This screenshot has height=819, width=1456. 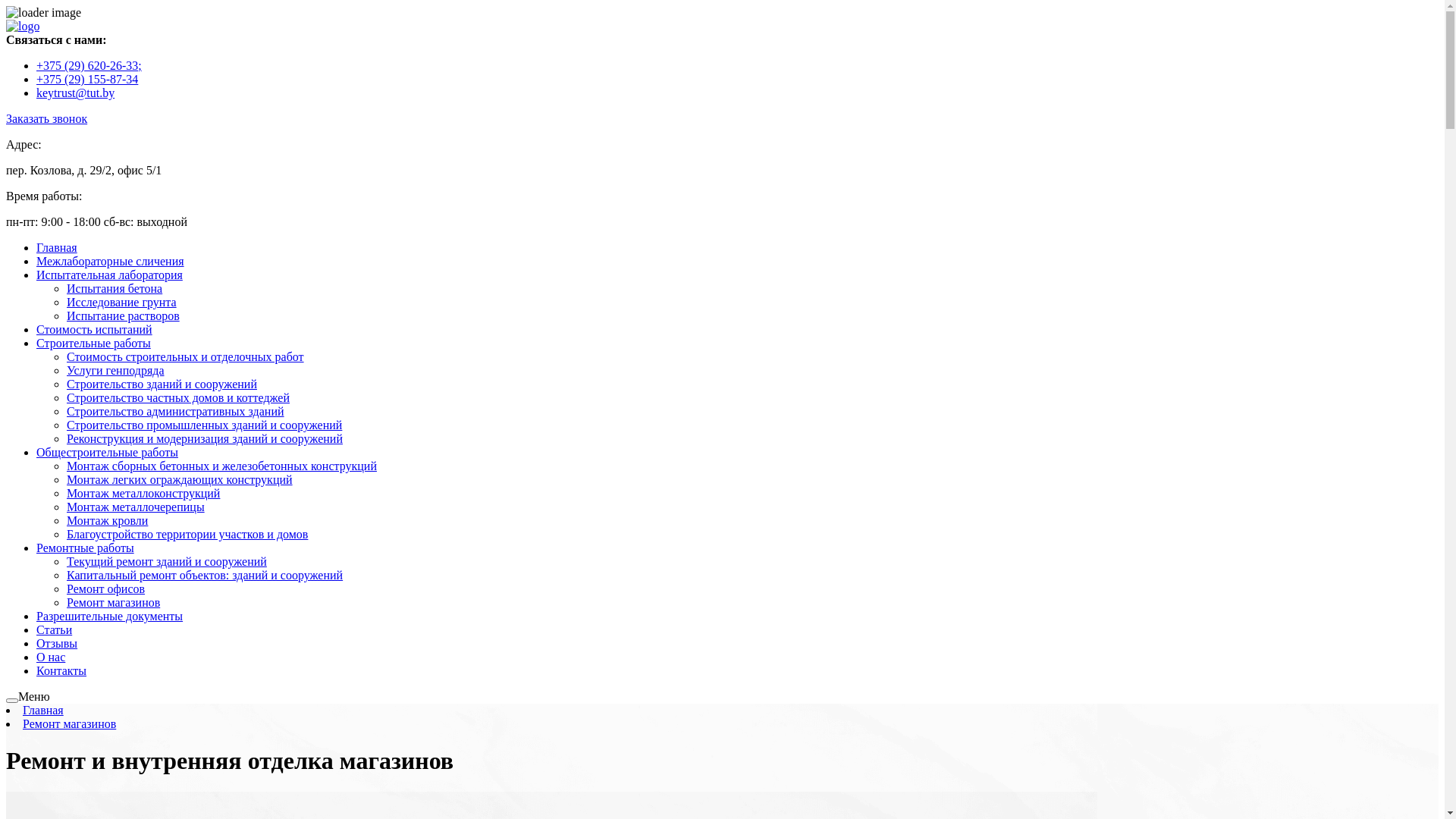 What do you see at coordinates (86, 79) in the screenshot?
I see `'+375 (29) 155-87-34'` at bounding box center [86, 79].